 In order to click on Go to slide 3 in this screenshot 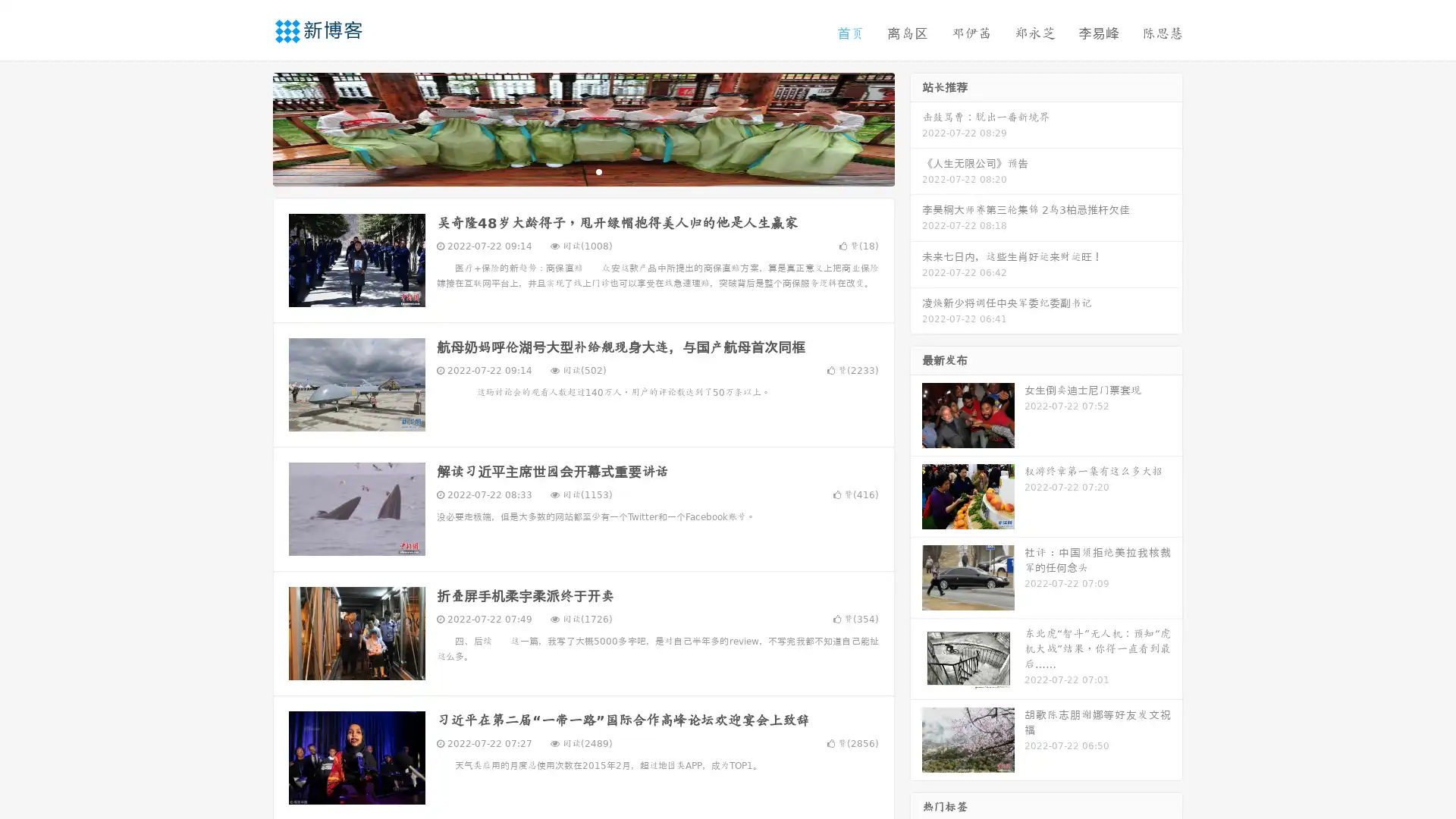, I will do `click(598, 171)`.